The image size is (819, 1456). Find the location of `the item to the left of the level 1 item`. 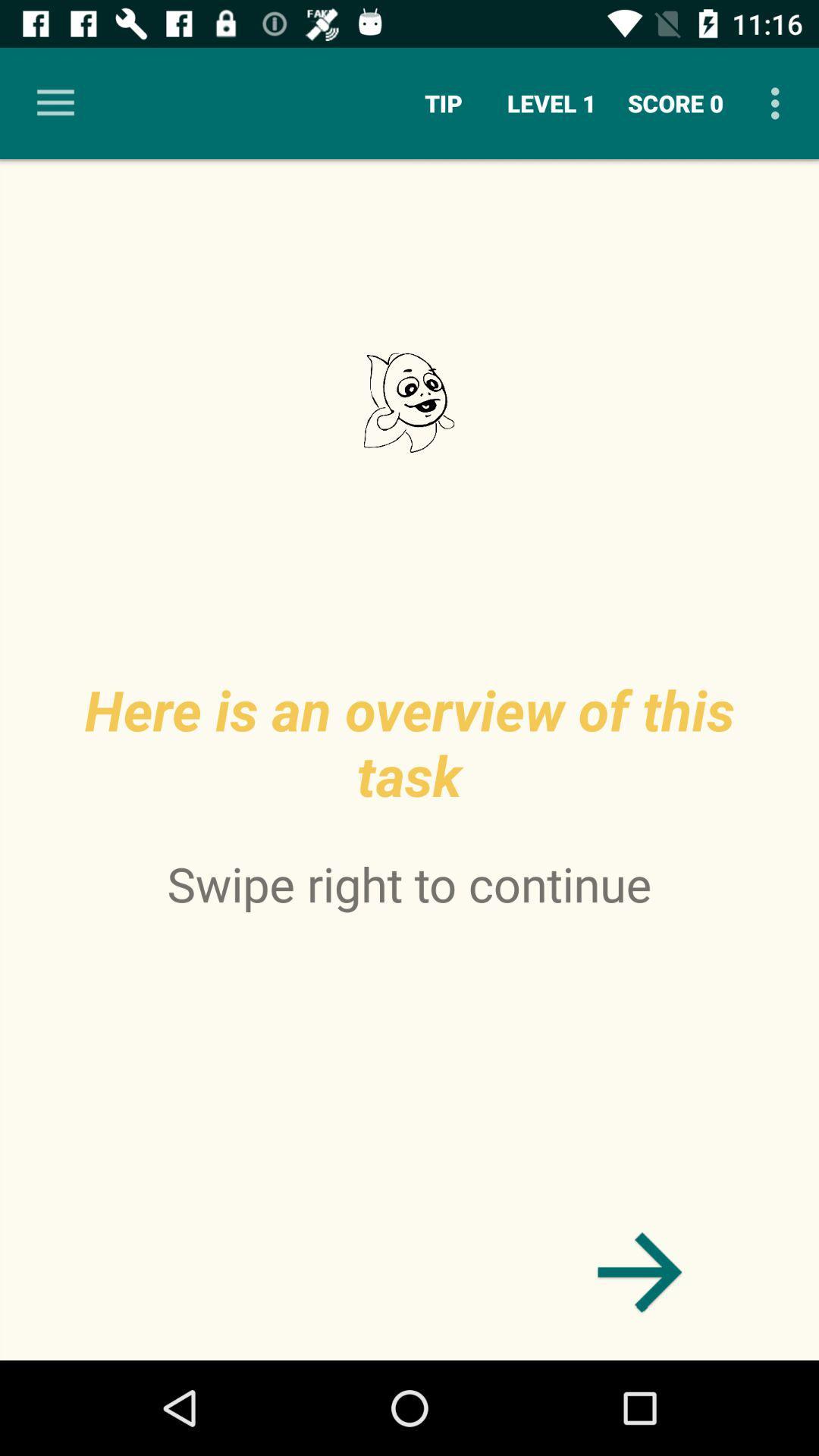

the item to the left of the level 1 item is located at coordinates (444, 102).